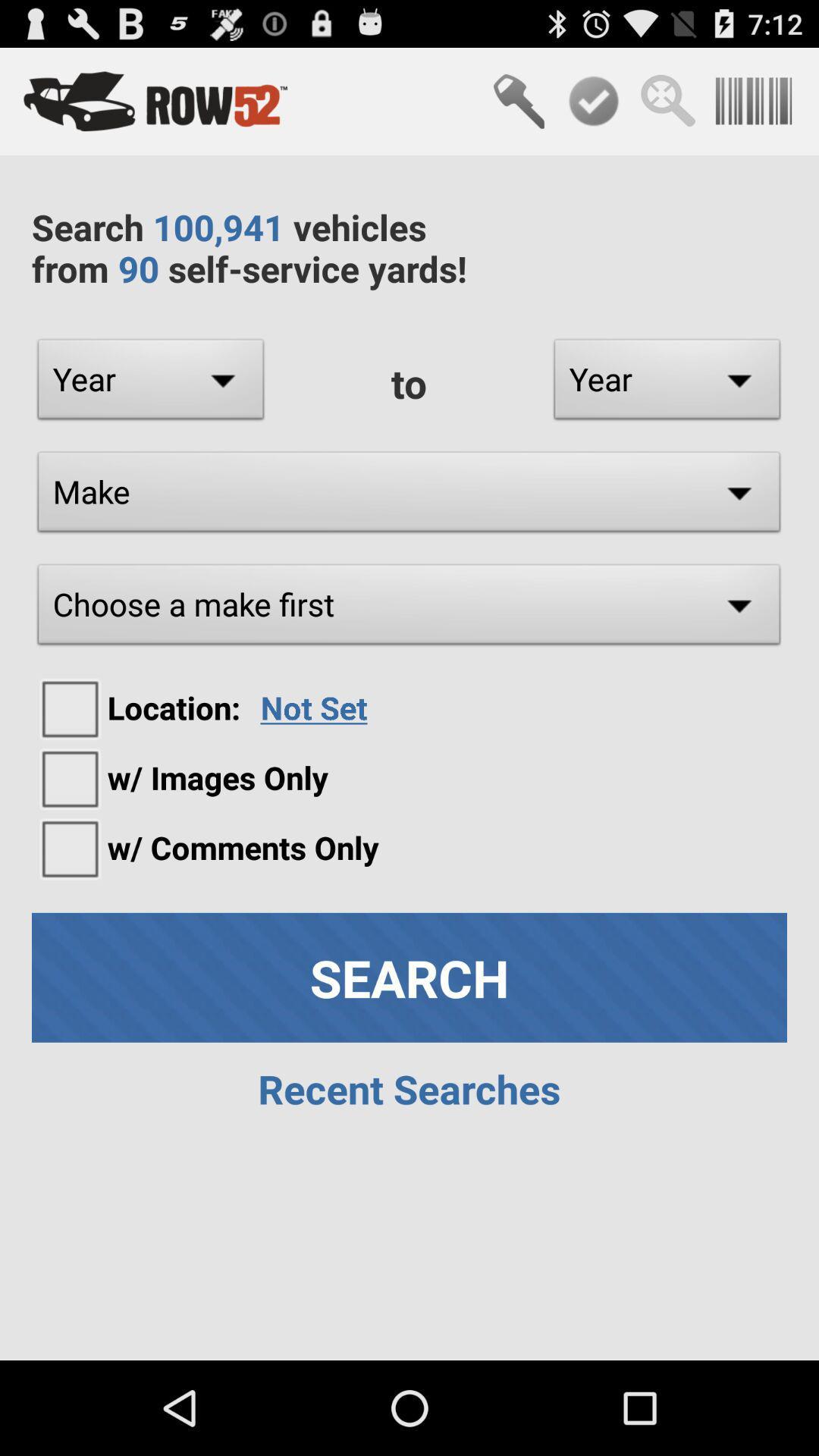 This screenshot has height=1456, width=819. Describe the element at coordinates (518, 108) in the screenshot. I see `the search icon` at that location.